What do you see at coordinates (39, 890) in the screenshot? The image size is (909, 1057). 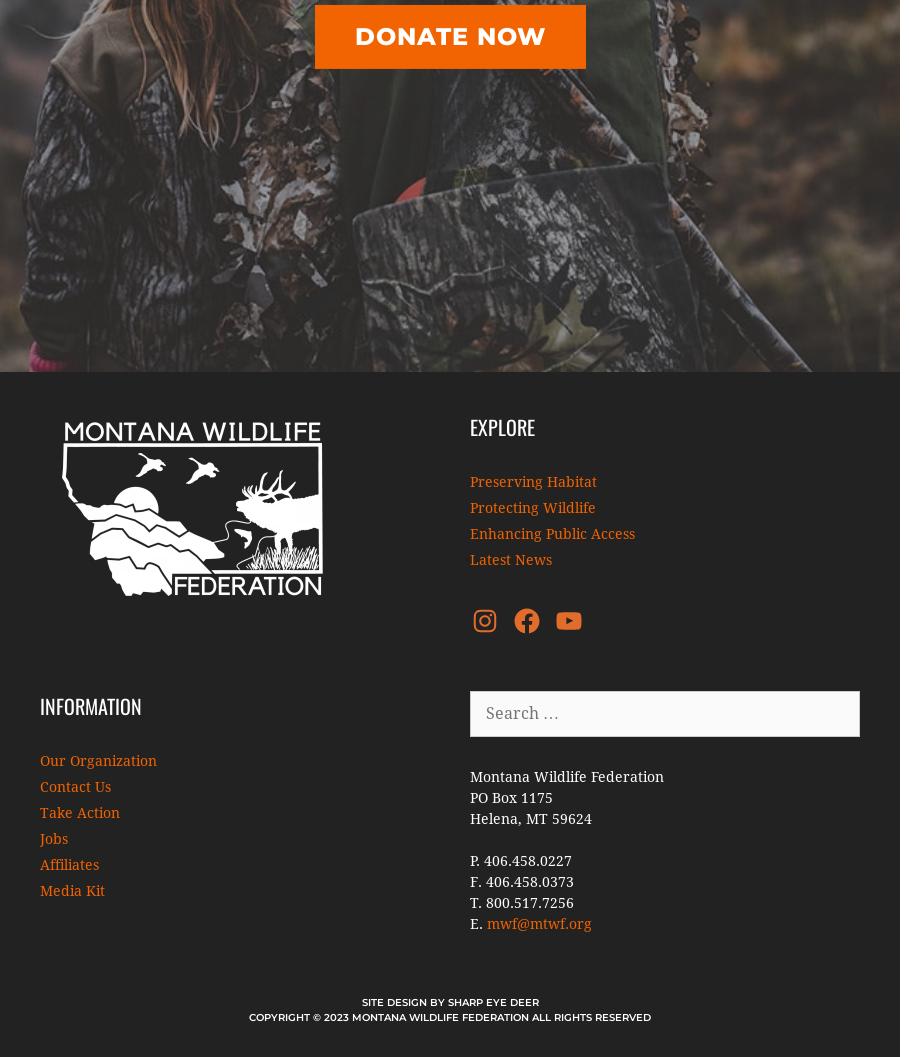 I see `'Media Kit'` at bounding box center [39, 890].